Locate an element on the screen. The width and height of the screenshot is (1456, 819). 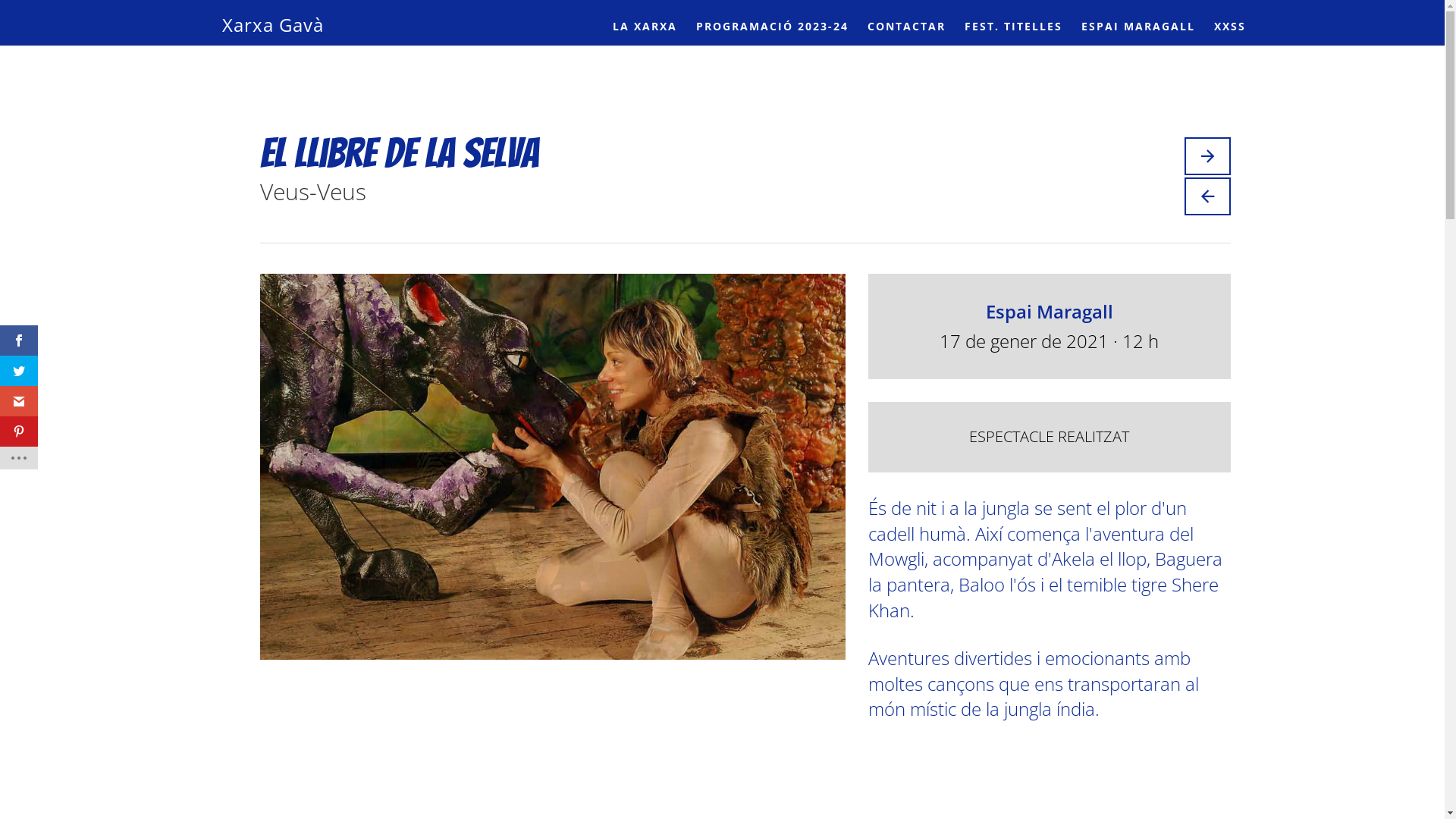
'EL REI DE CASA' is located at coordinates (1207, 155).